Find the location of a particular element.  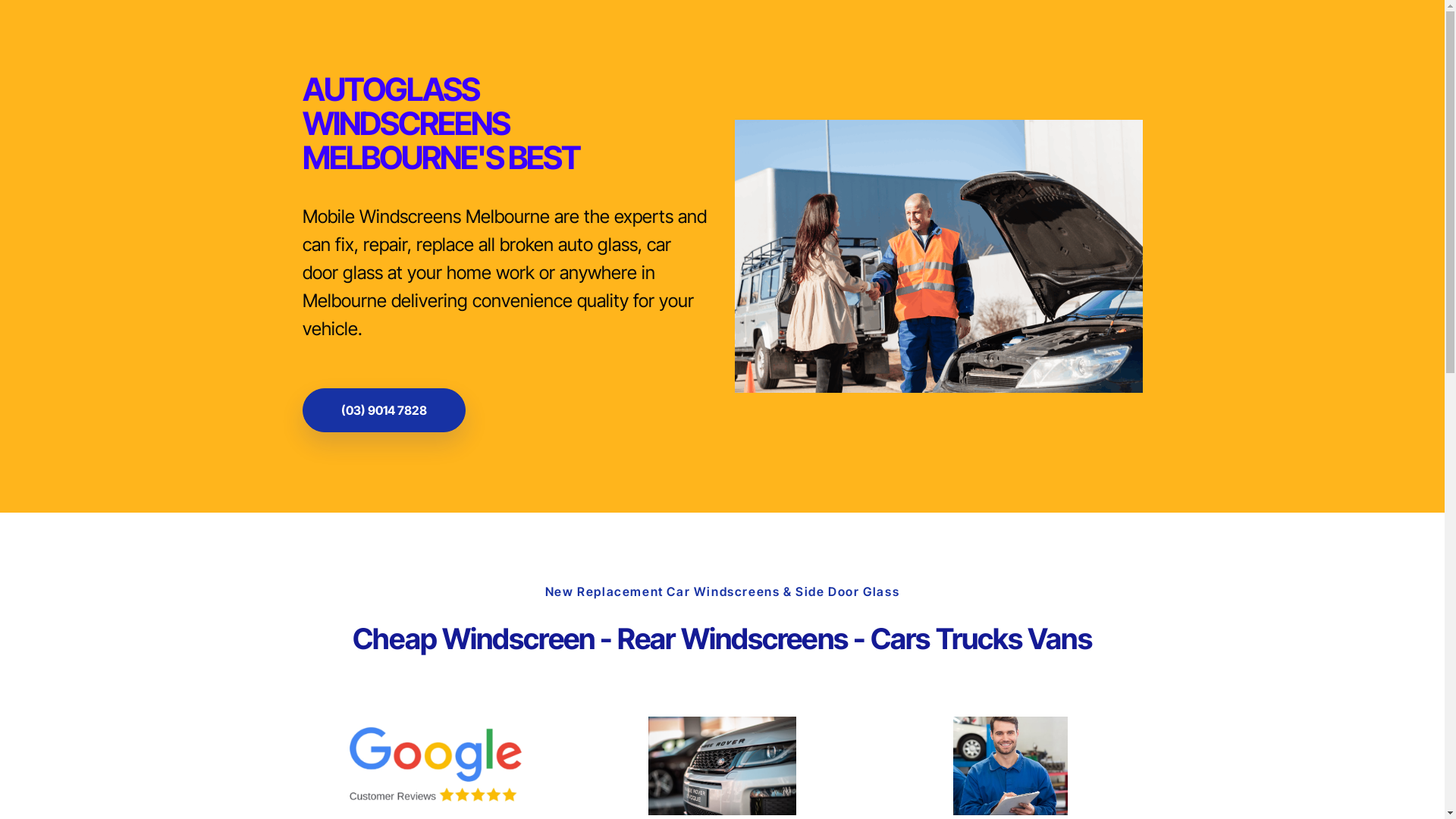

'(03) 9014 7828' is located at coordinates (383, 409).